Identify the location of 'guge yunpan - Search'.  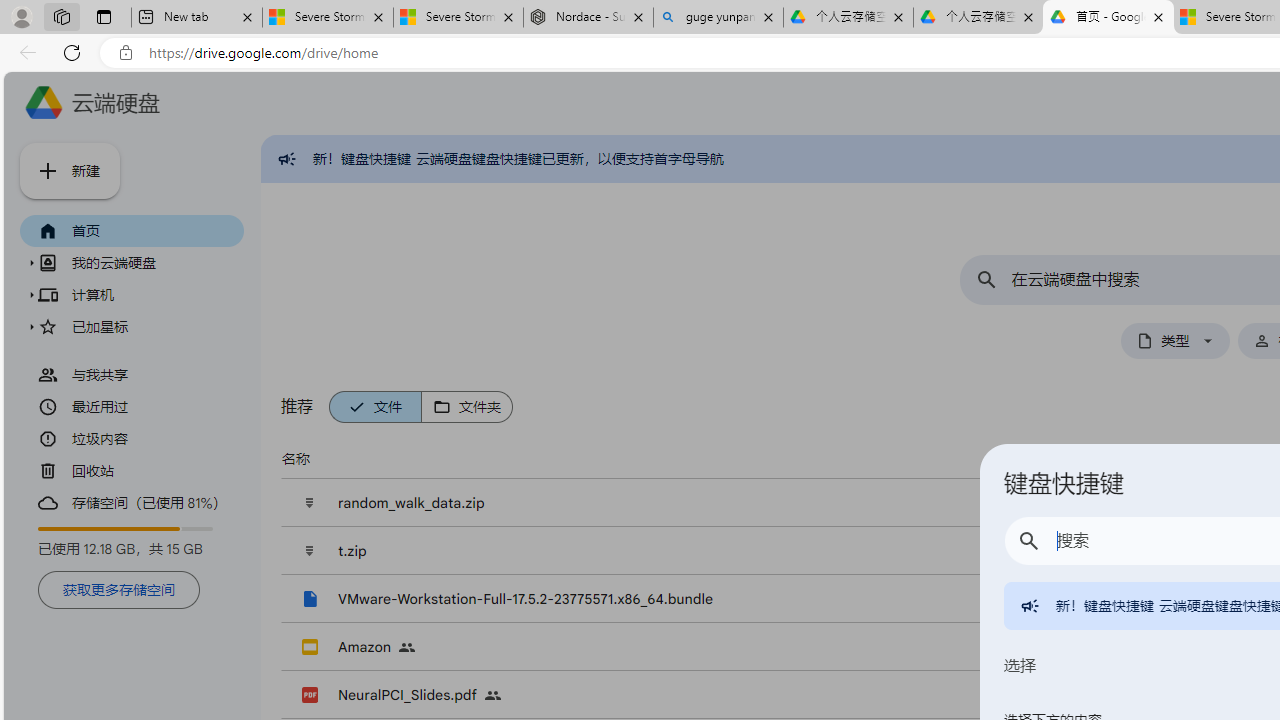
(718, 17).